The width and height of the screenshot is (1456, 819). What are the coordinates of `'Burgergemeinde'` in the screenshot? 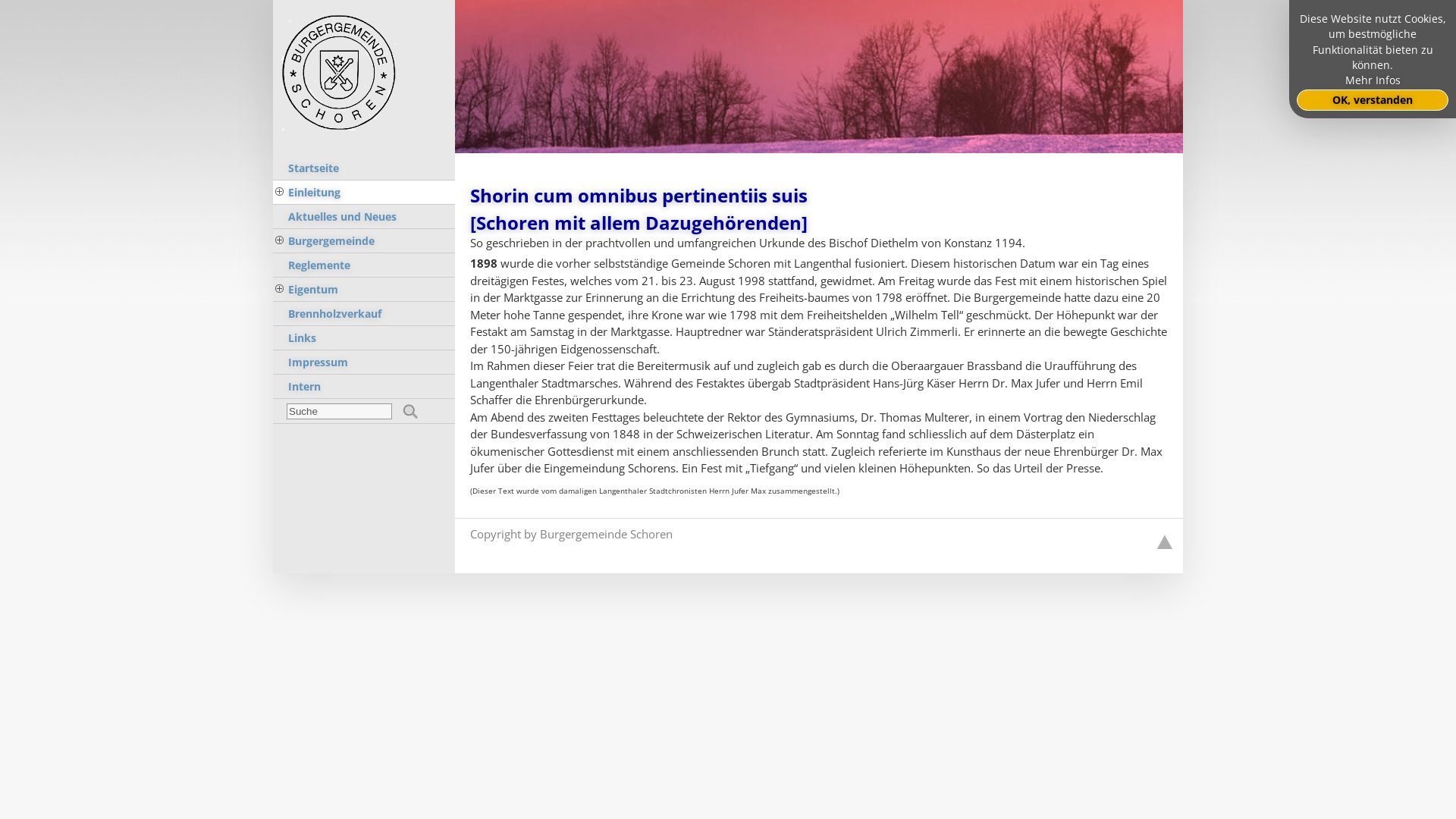 It's located at (364, 240).